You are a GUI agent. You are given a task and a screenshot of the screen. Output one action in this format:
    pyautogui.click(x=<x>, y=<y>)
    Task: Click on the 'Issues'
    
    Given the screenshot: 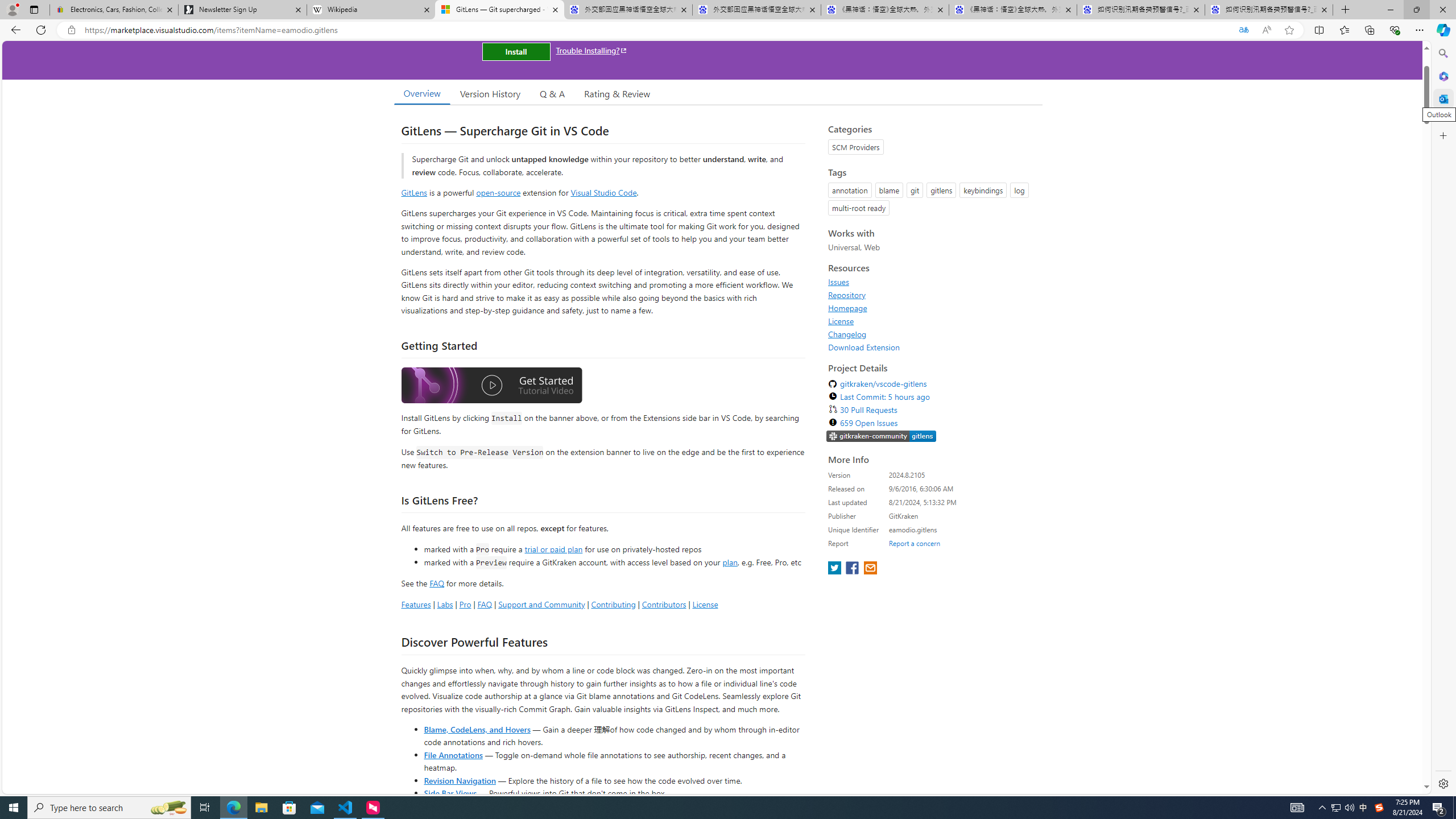 What is the action you would take?
    pyautogui.click(x=932, y=282)
    